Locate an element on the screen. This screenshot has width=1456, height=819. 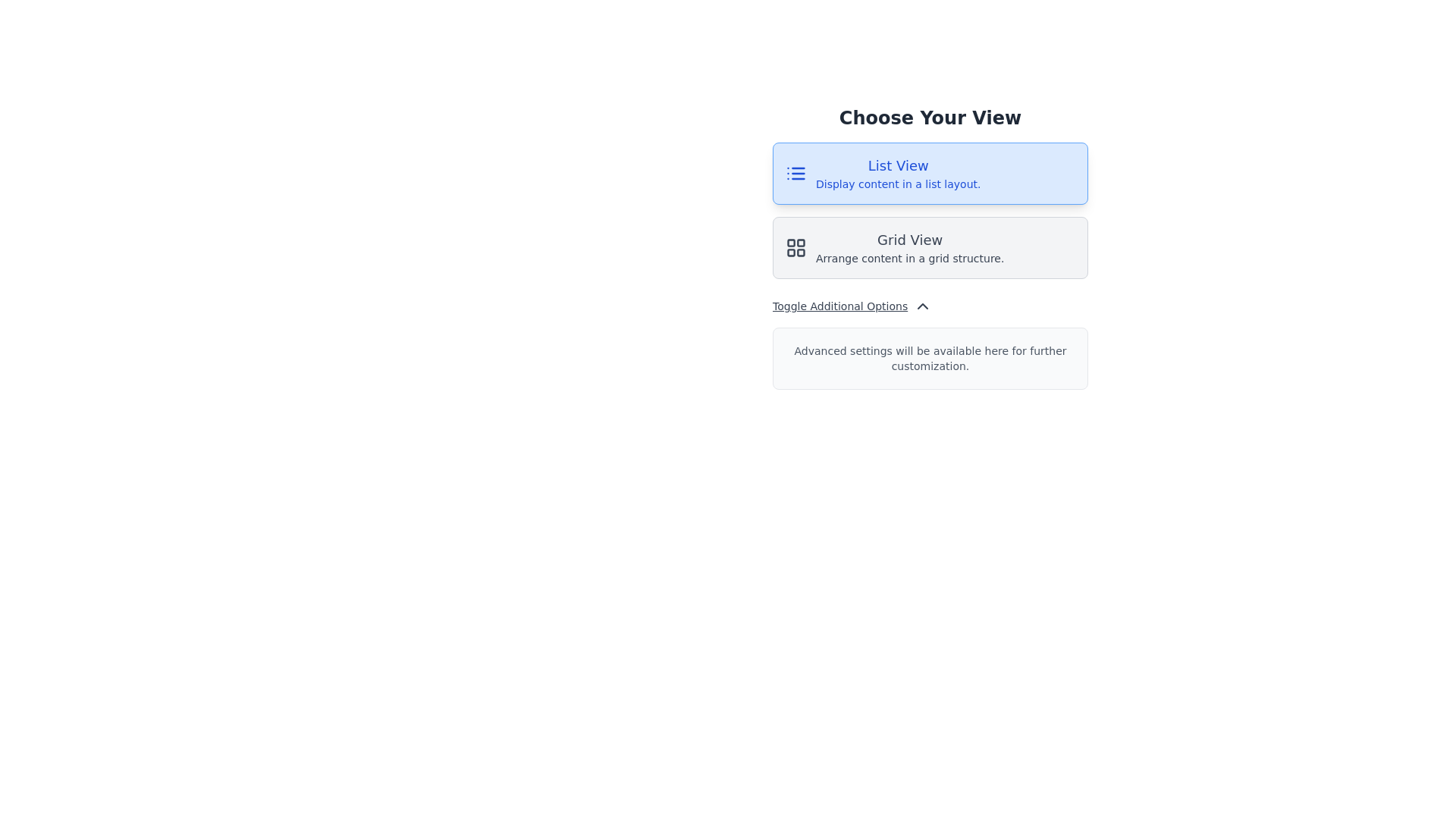
the list icon located within the 'List View' button, which is characterized by horizontal lines and dots in a blue color scheme, positioned to the left of the 'List View' text label is located at coordinates (795, 172).